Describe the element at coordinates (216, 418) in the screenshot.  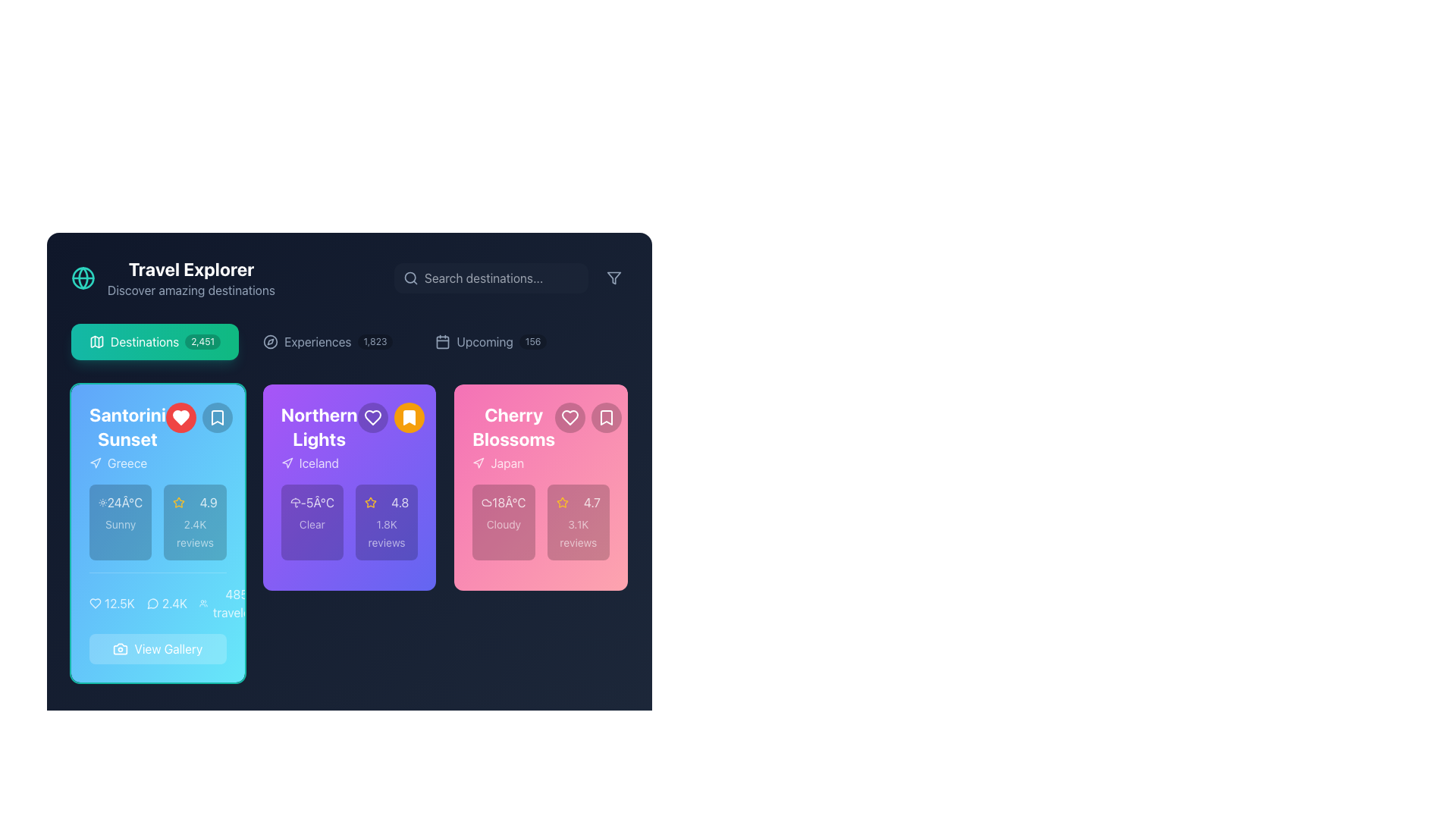
I see `the bookmark IconButton located in the top-right corner of the 'Santorini Sunset' card` at that location.